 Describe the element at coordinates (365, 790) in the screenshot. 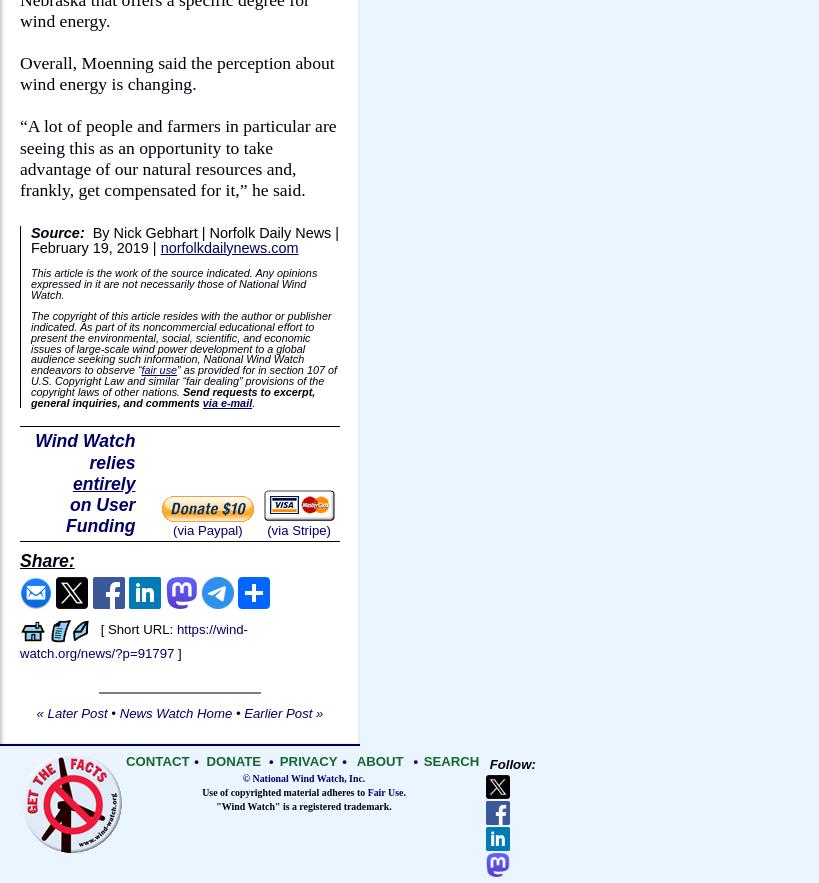

I see `'Fair Use'` at that location.